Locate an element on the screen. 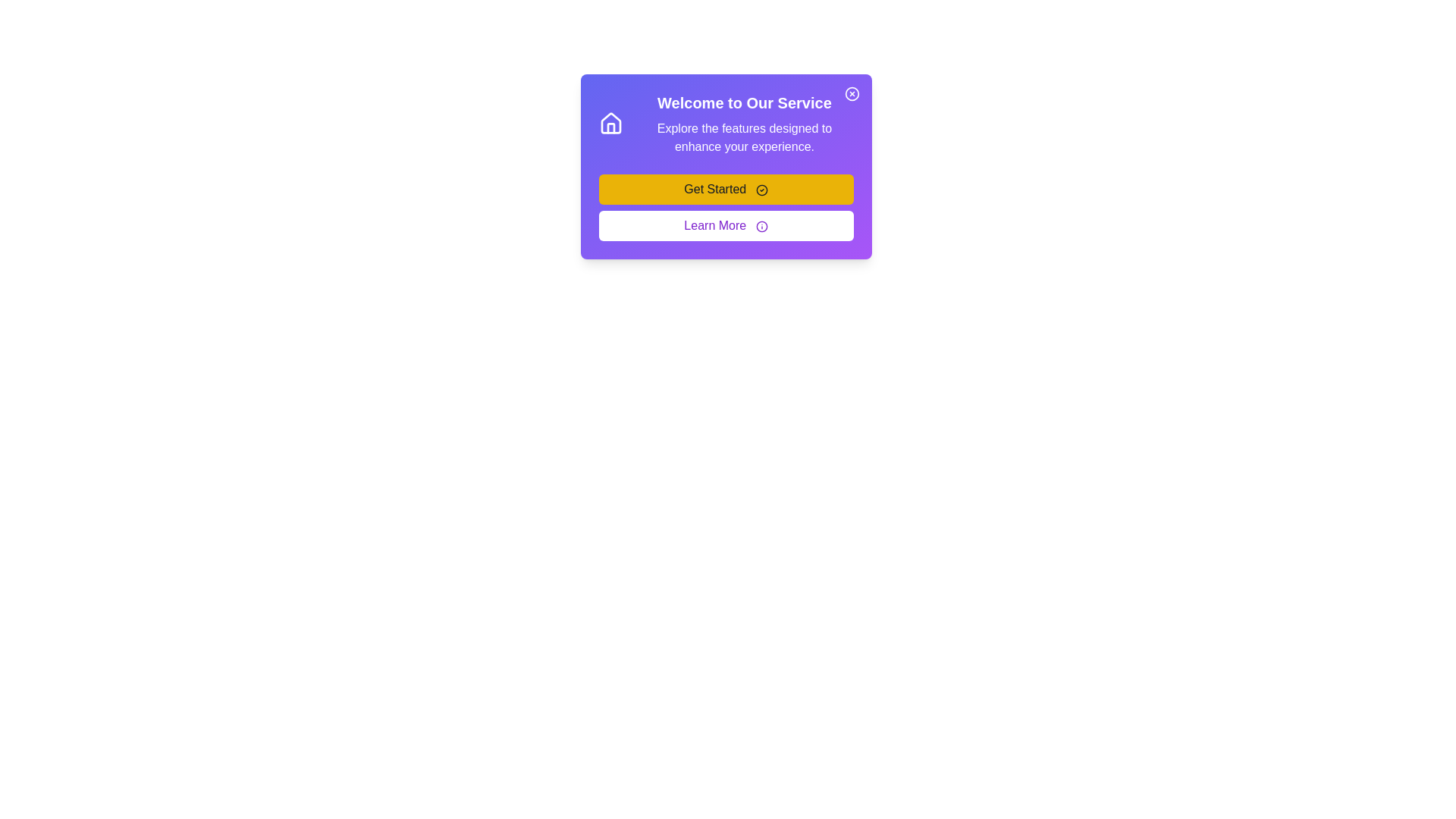 This screenshot has width=1456, height=819. the small circular close button with a purple background and white 'X' symbol located in the top-right corner of the card titled 'Welcome to Our Service' is located at coordinates (852, 93).